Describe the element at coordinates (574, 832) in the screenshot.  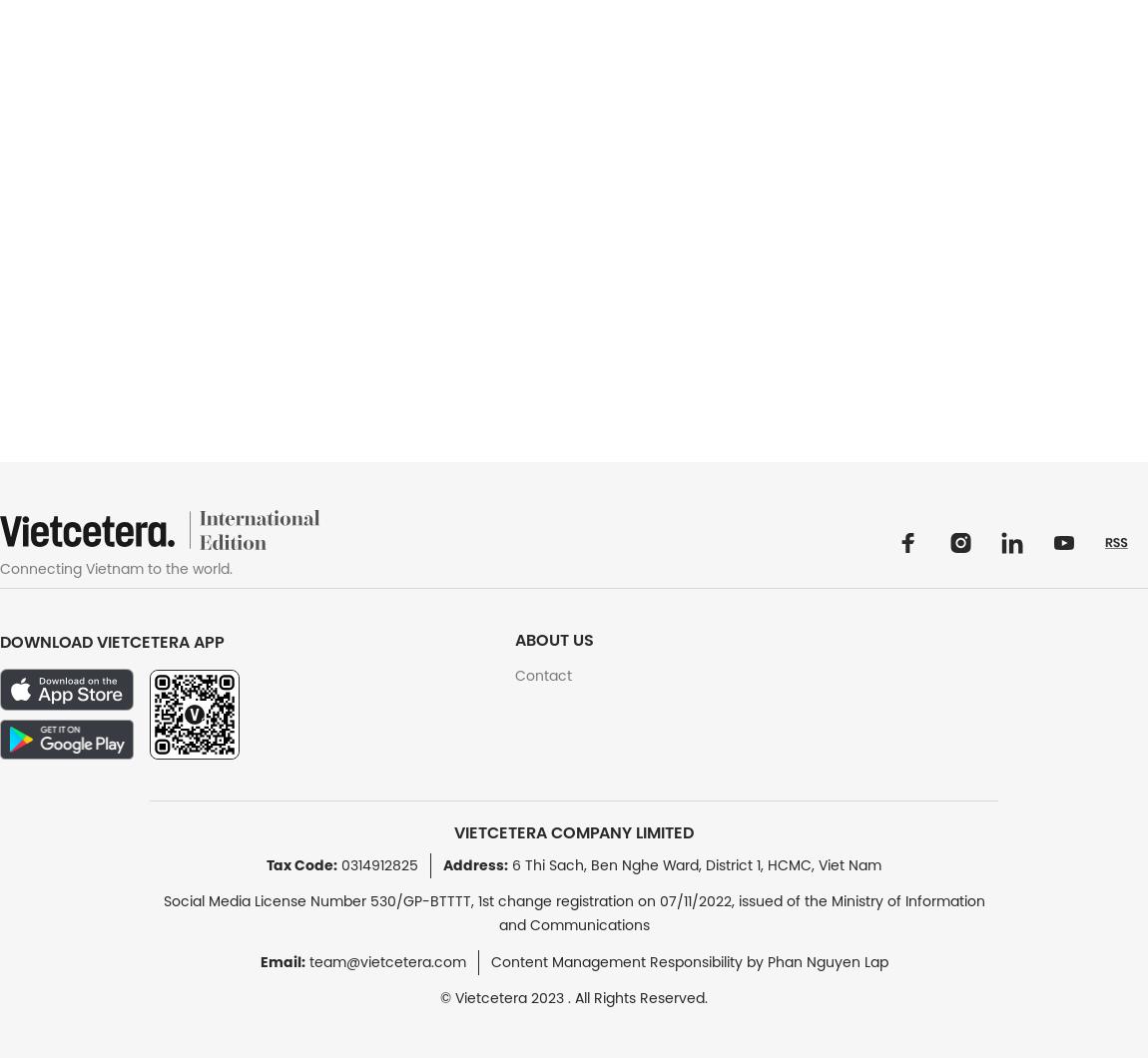
I see `'VIETCETERA COMPANY LIMITED'` at that location.